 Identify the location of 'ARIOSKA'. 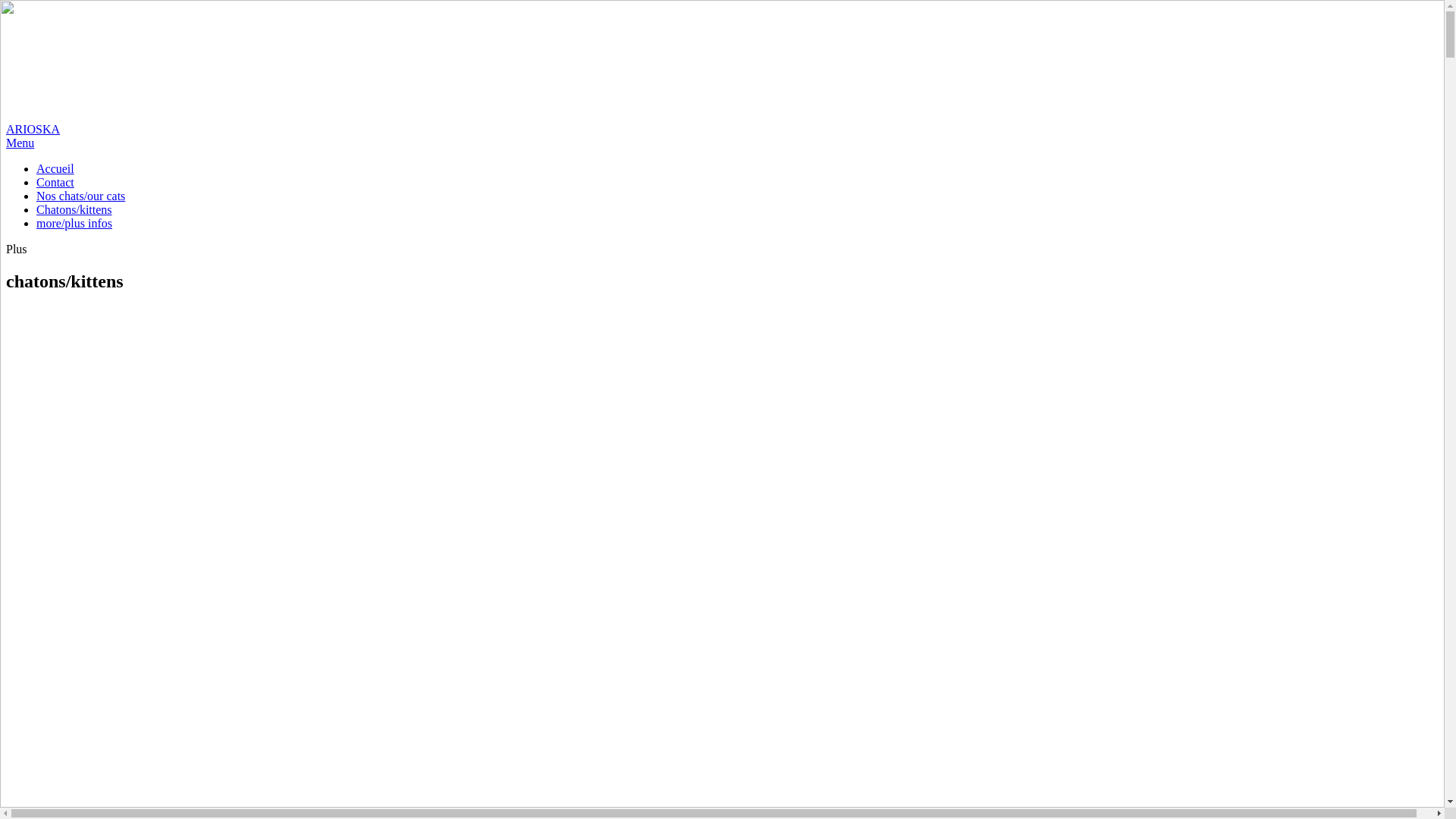
(6, 71).